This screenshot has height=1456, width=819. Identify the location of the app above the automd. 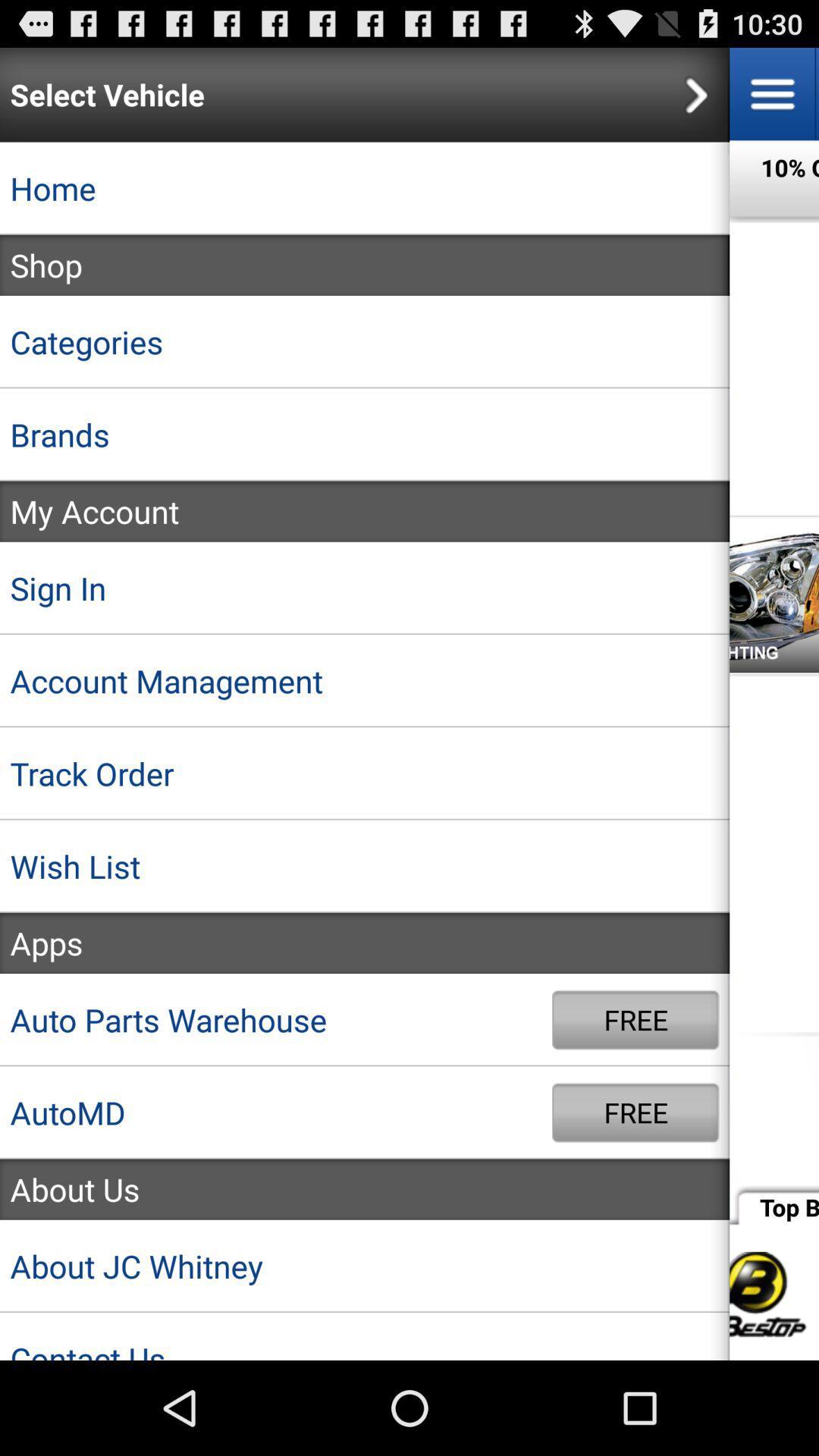
(276, 1020).